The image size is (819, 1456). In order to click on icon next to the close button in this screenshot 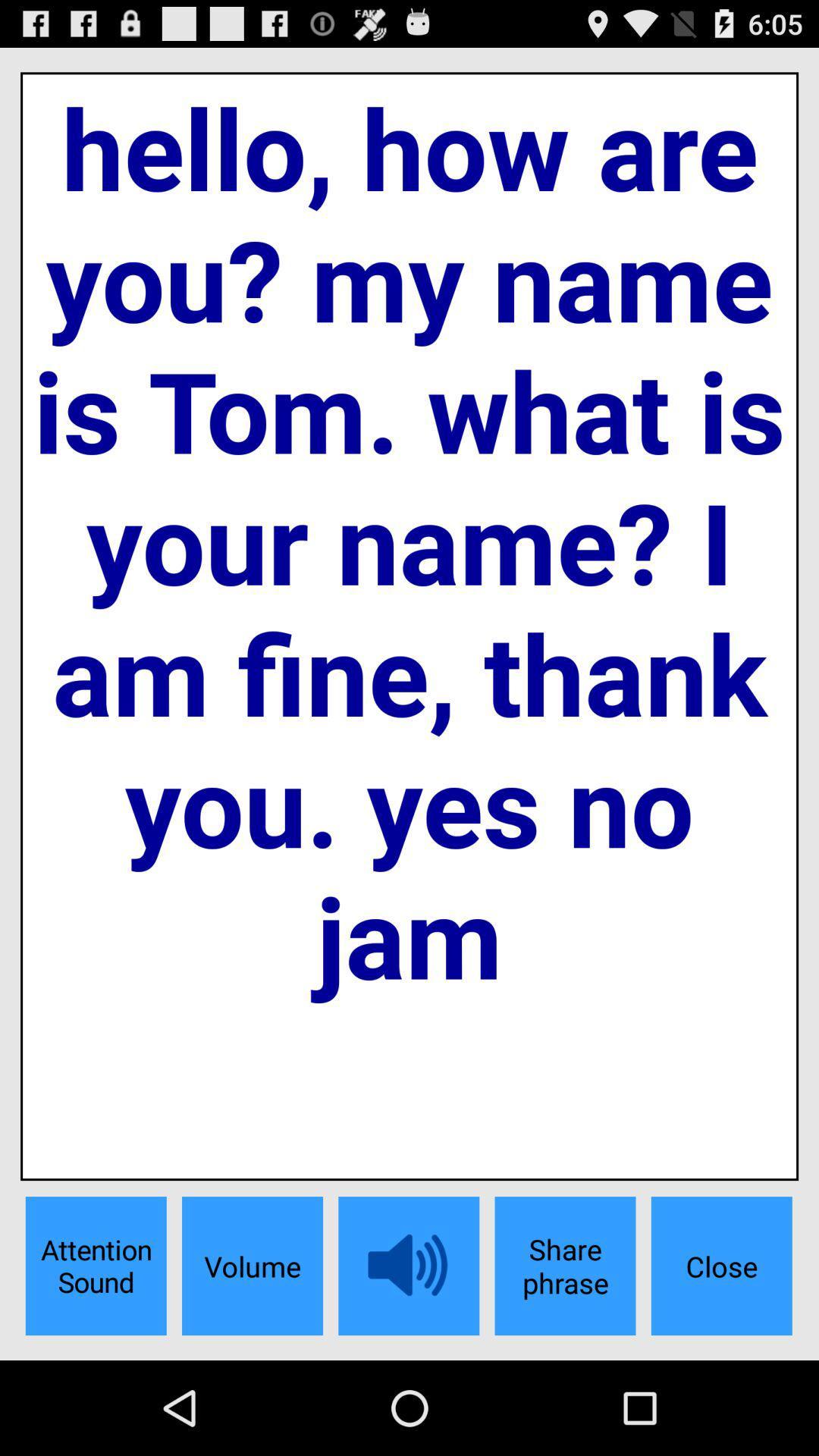, I will do `click(565, 1266)`.